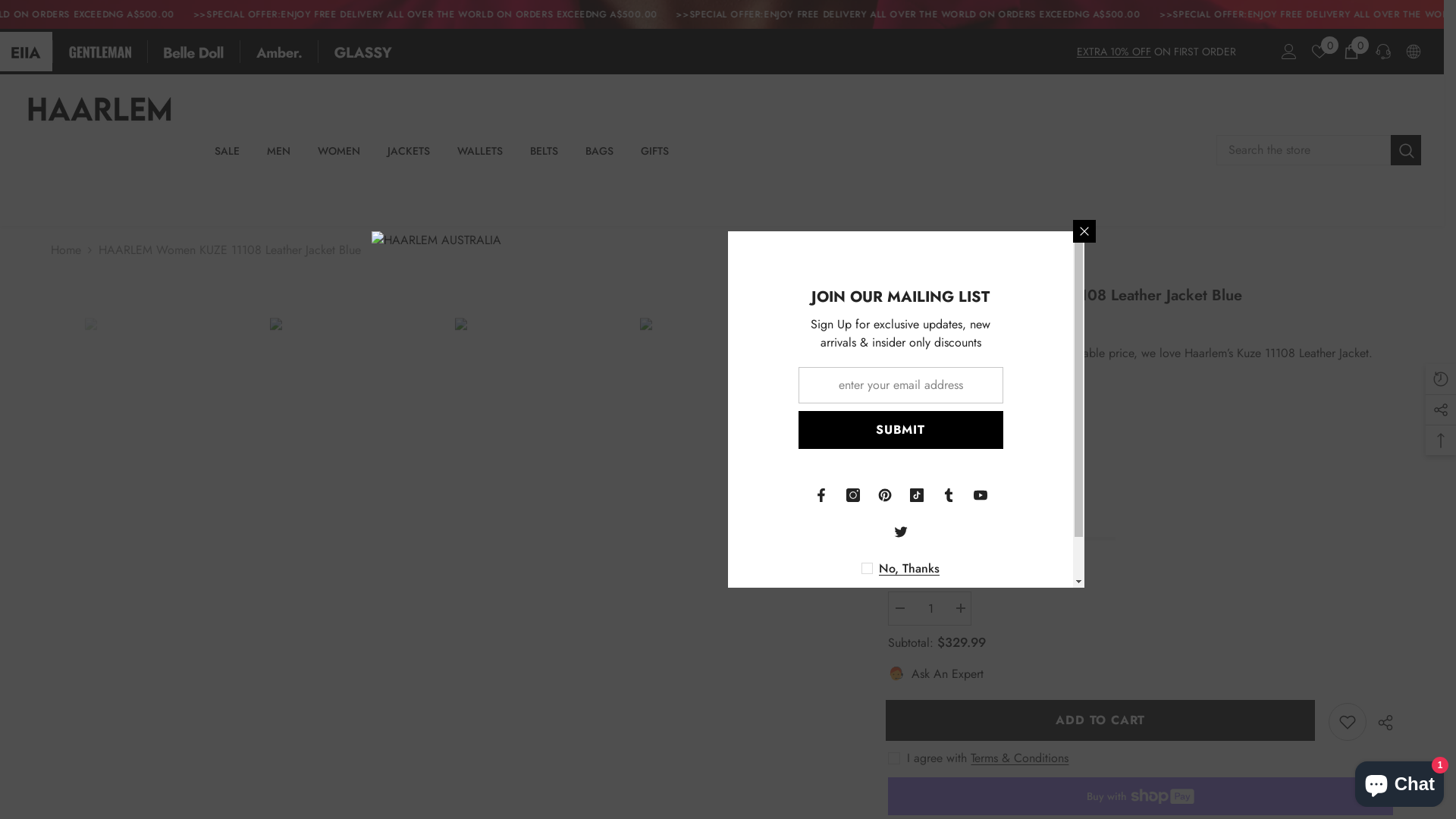 The width and height of the screenshot is (1456, 819). Describe the element at coordinates (269, 444) in the screenshot. I see `'HAARLEM Women KUZE 11108 Leather Jacket Blue'` at that location.